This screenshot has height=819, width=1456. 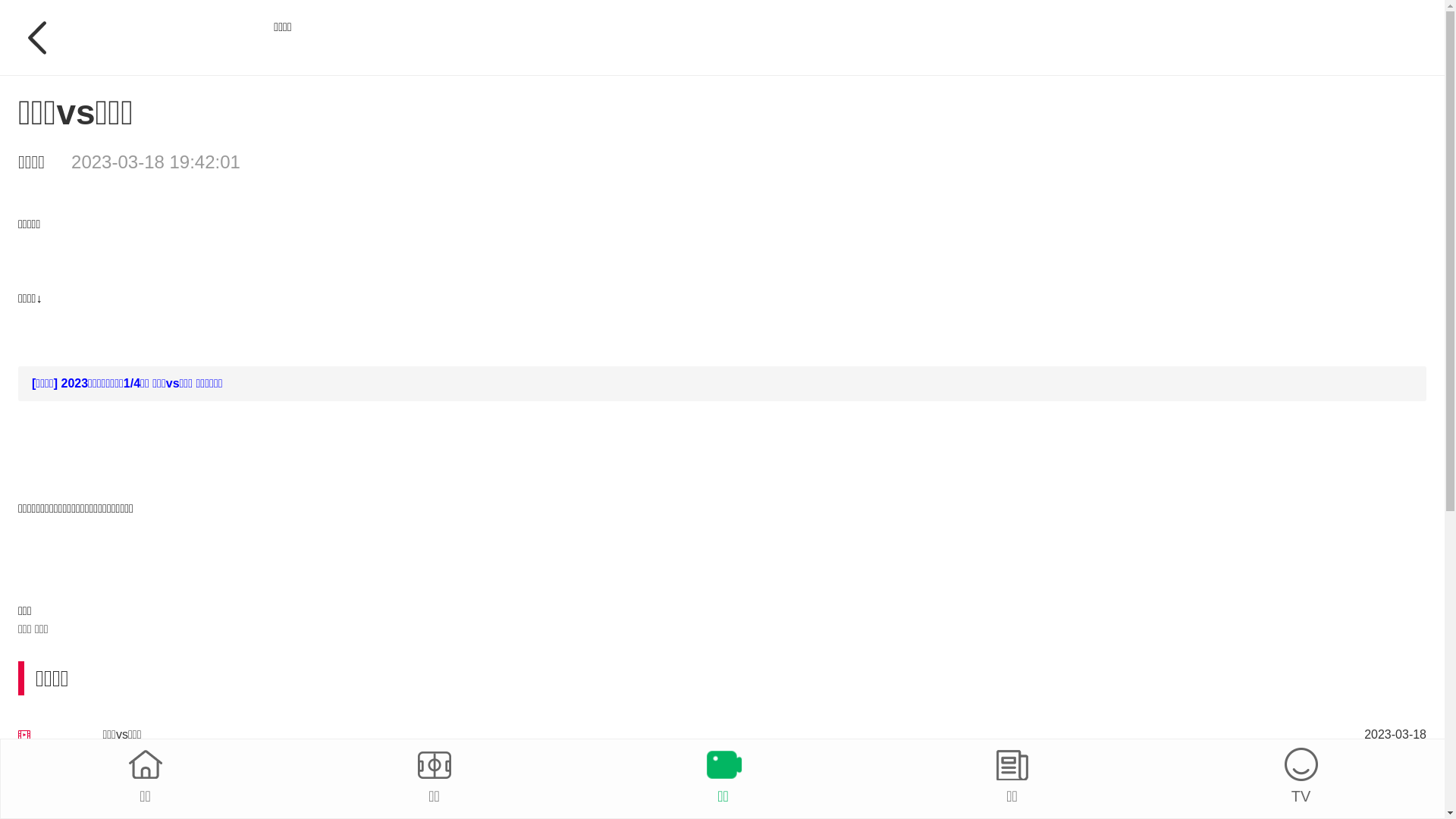 I want to click on 'TV', so click(x=1300, y=777).